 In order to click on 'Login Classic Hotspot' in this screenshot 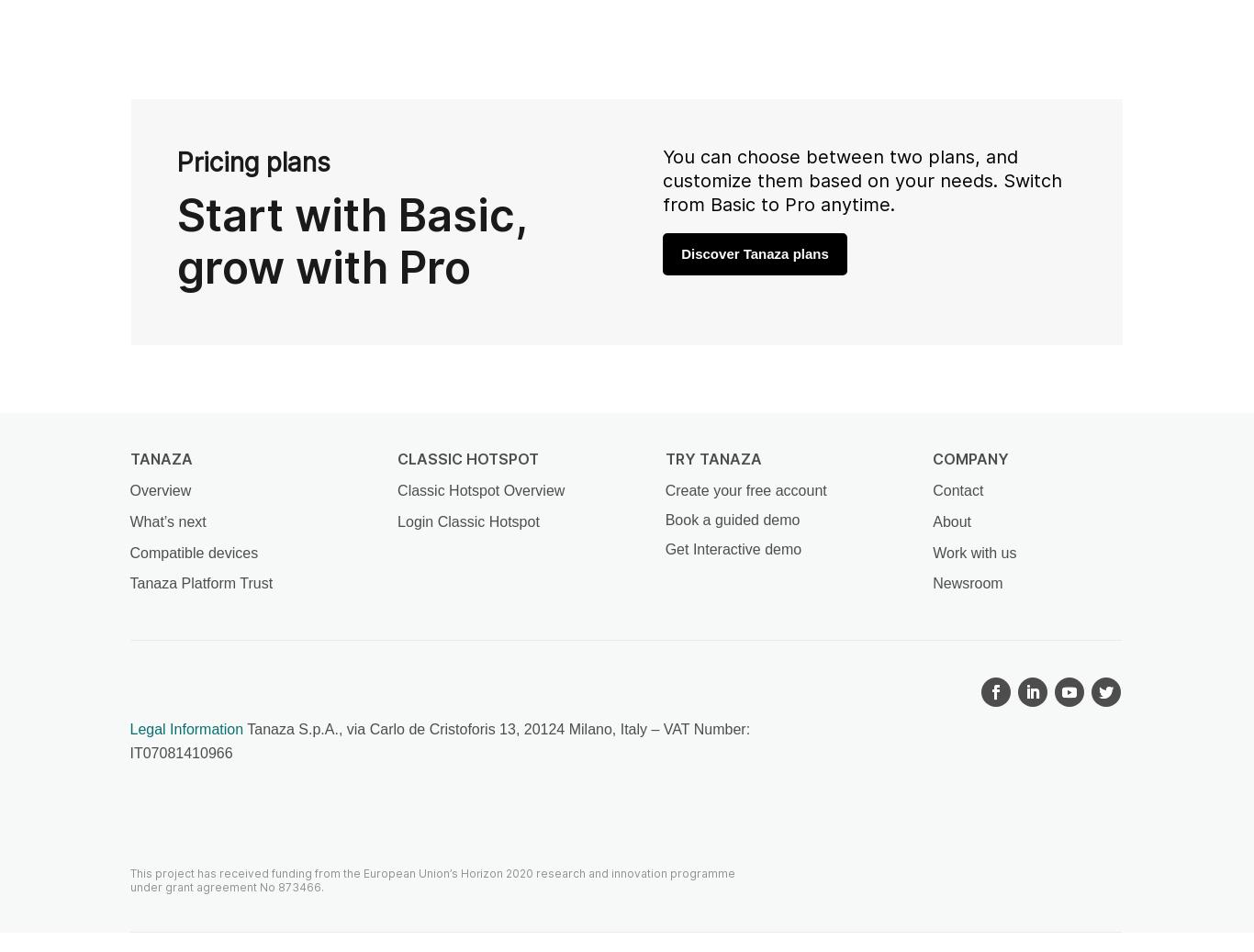, I will do `click(468, 521)`.